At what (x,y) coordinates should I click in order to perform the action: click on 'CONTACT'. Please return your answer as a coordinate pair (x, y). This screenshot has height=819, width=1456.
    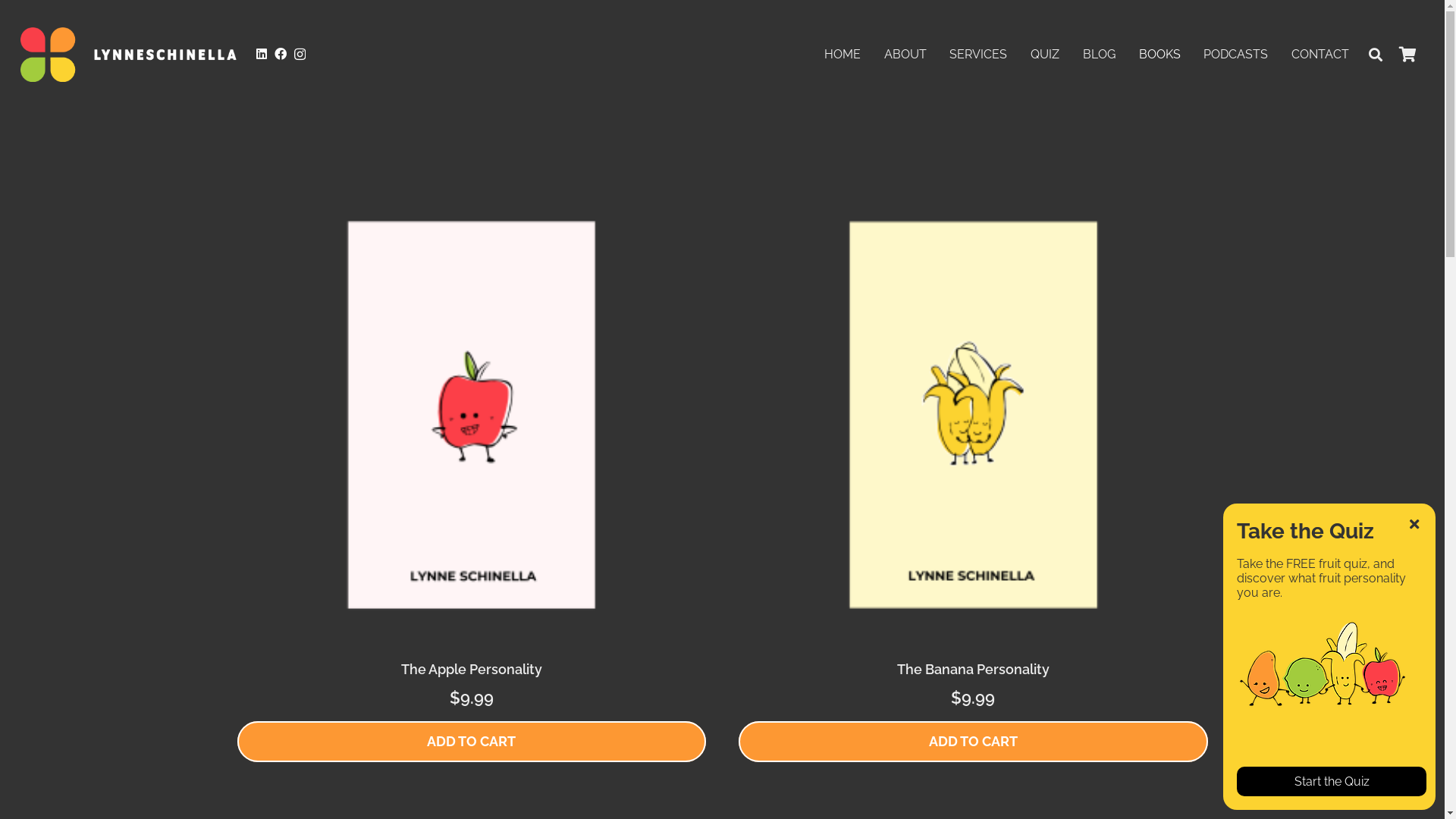
    Looking at the image, I should click on (1319, 54).